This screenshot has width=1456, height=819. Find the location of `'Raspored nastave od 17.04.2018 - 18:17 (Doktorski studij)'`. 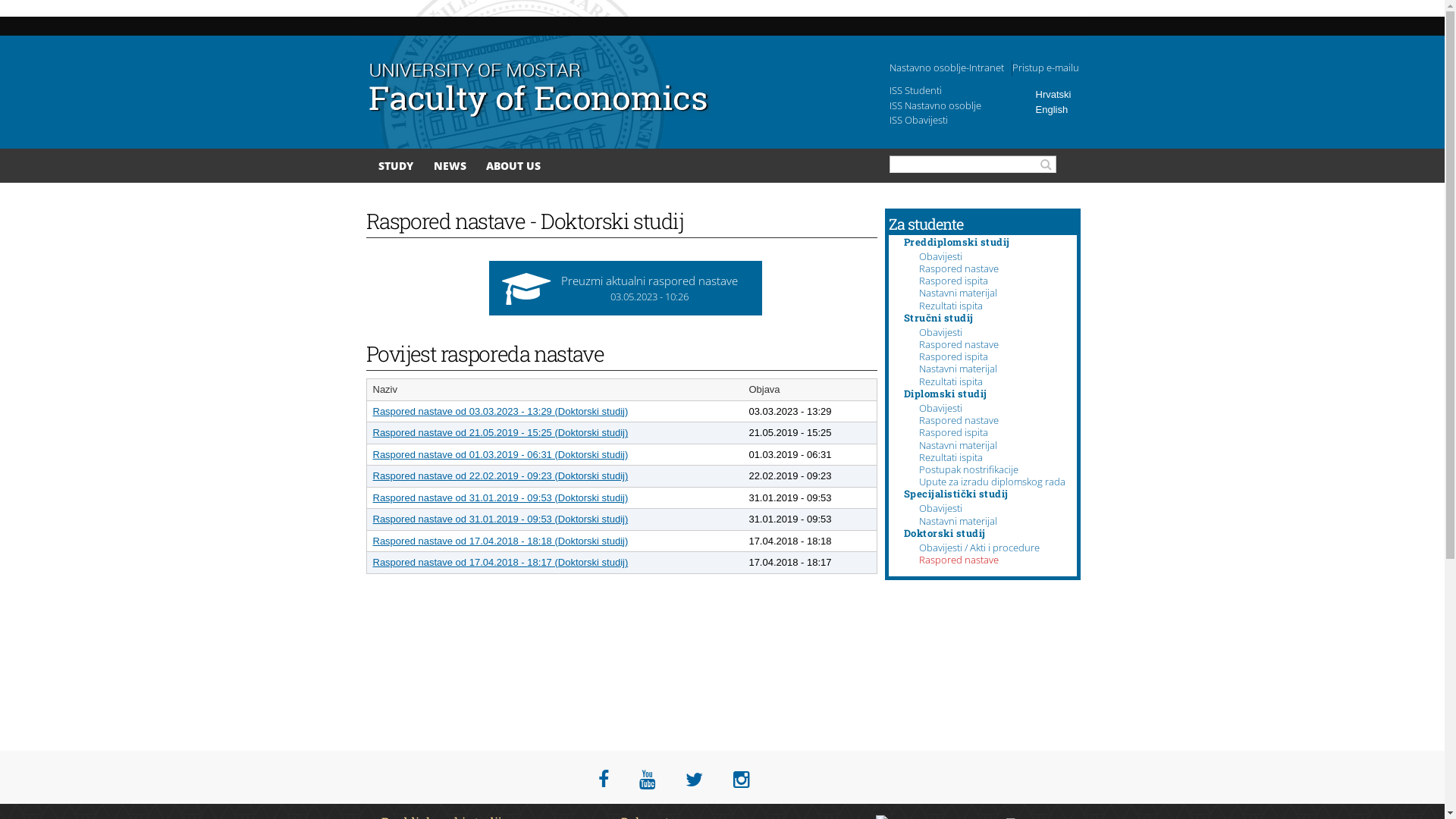

'Raspored nastave od 17.04.2018 - 18:17 (Doktorski studij)' is located at coordinates (500, 562).